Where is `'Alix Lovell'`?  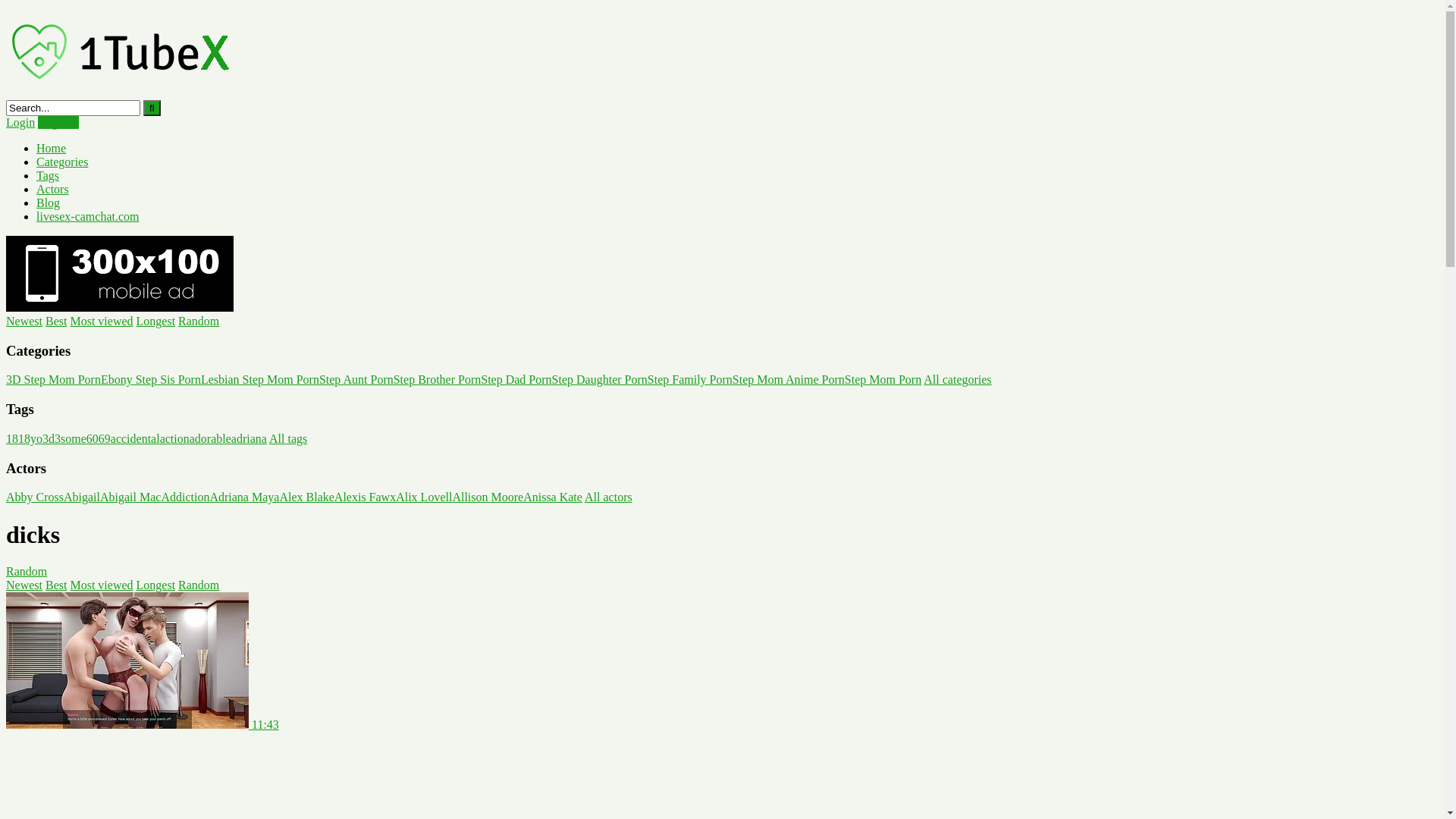
'Alix Lovell' is located at coordinates (423, 497).